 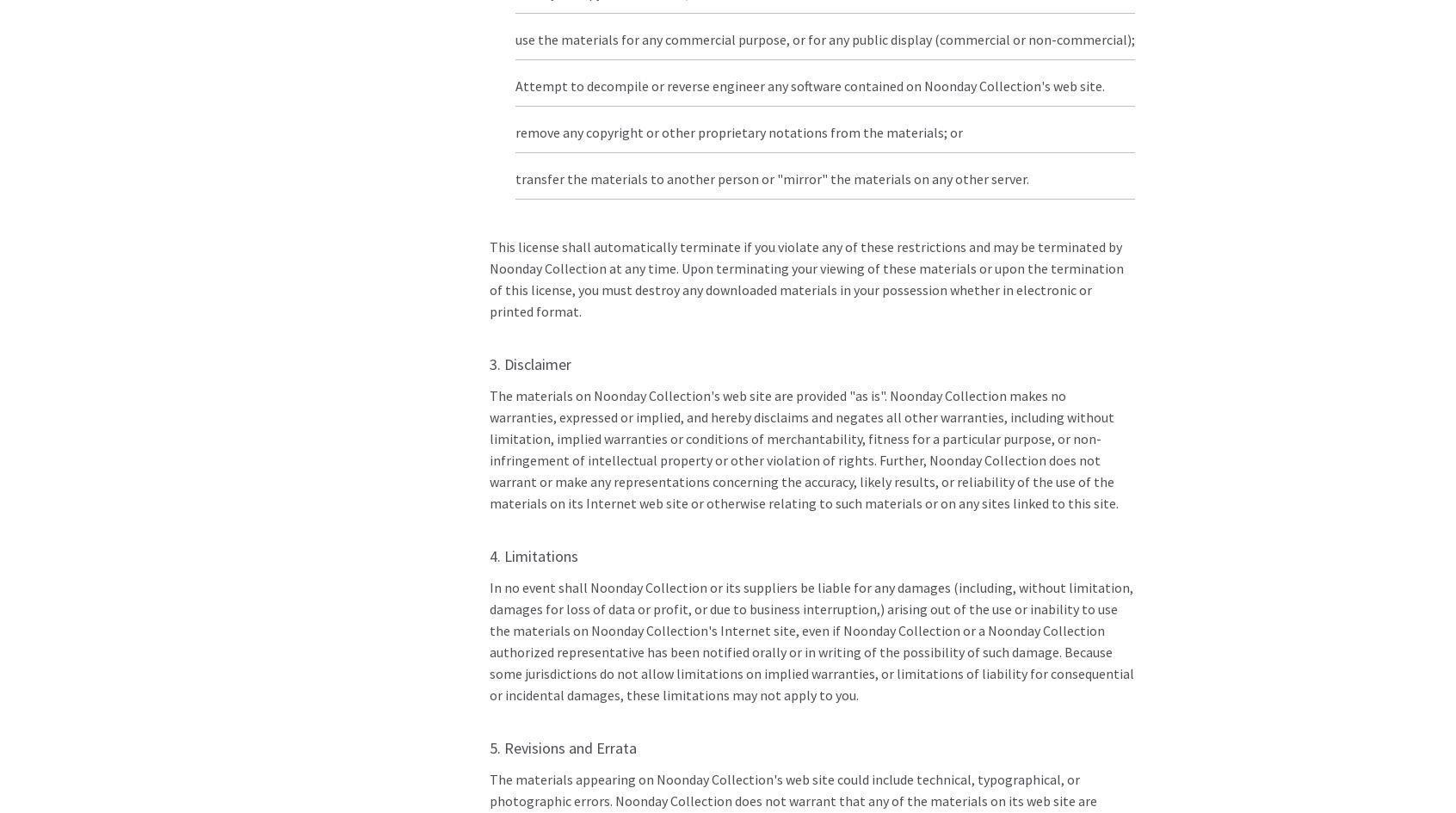 What do you see at coordinates (737, 132) in the screenshot?
I see `'remove any copyright or other proprietary notations from the materials; or'` at bounding box center [737, 132].